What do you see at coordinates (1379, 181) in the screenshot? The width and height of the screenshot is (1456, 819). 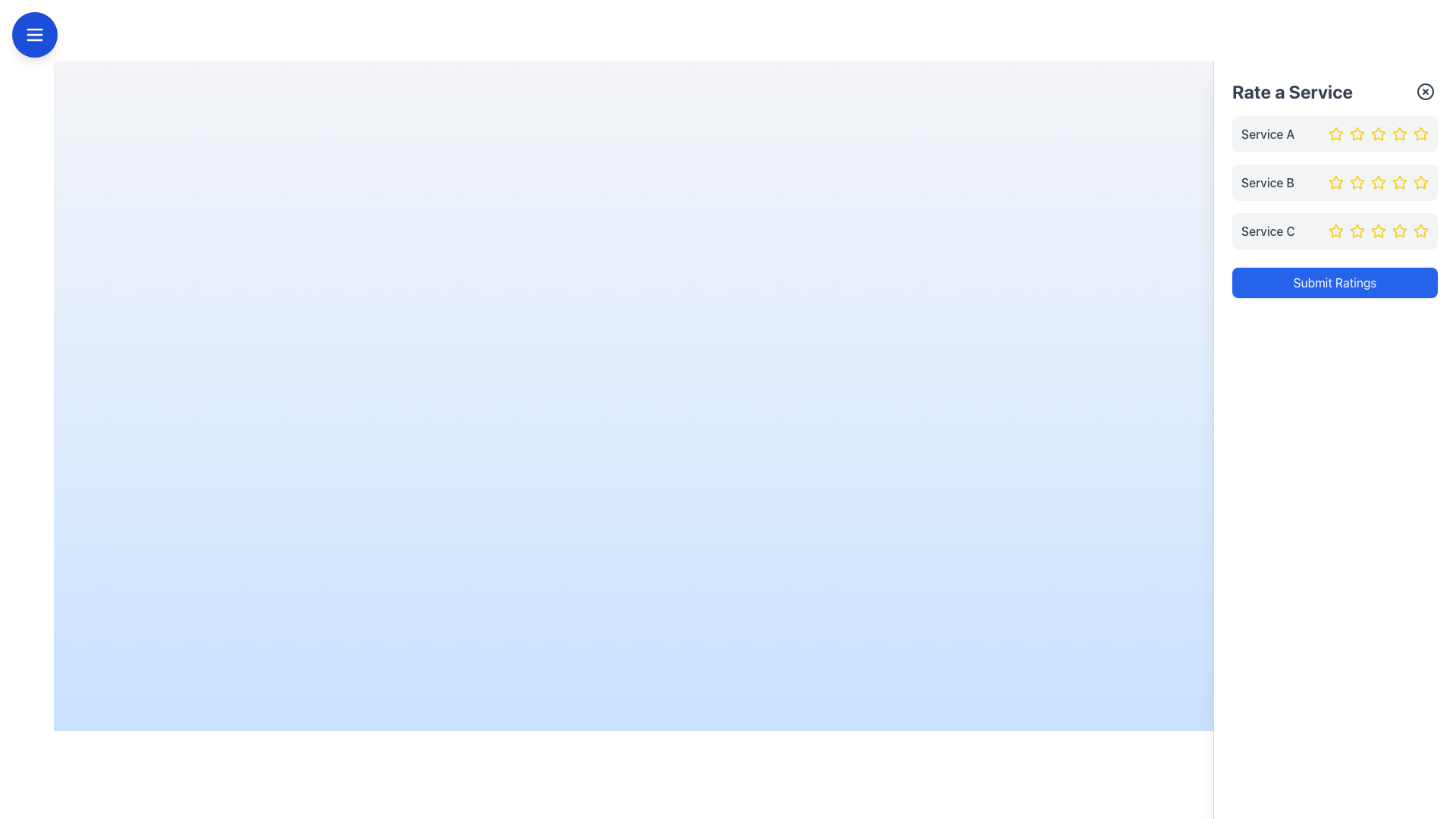 I see `the third star in the 'Rate a Service' section associated with 'Service B' to set a rating` at bounding box center [1379, 181].